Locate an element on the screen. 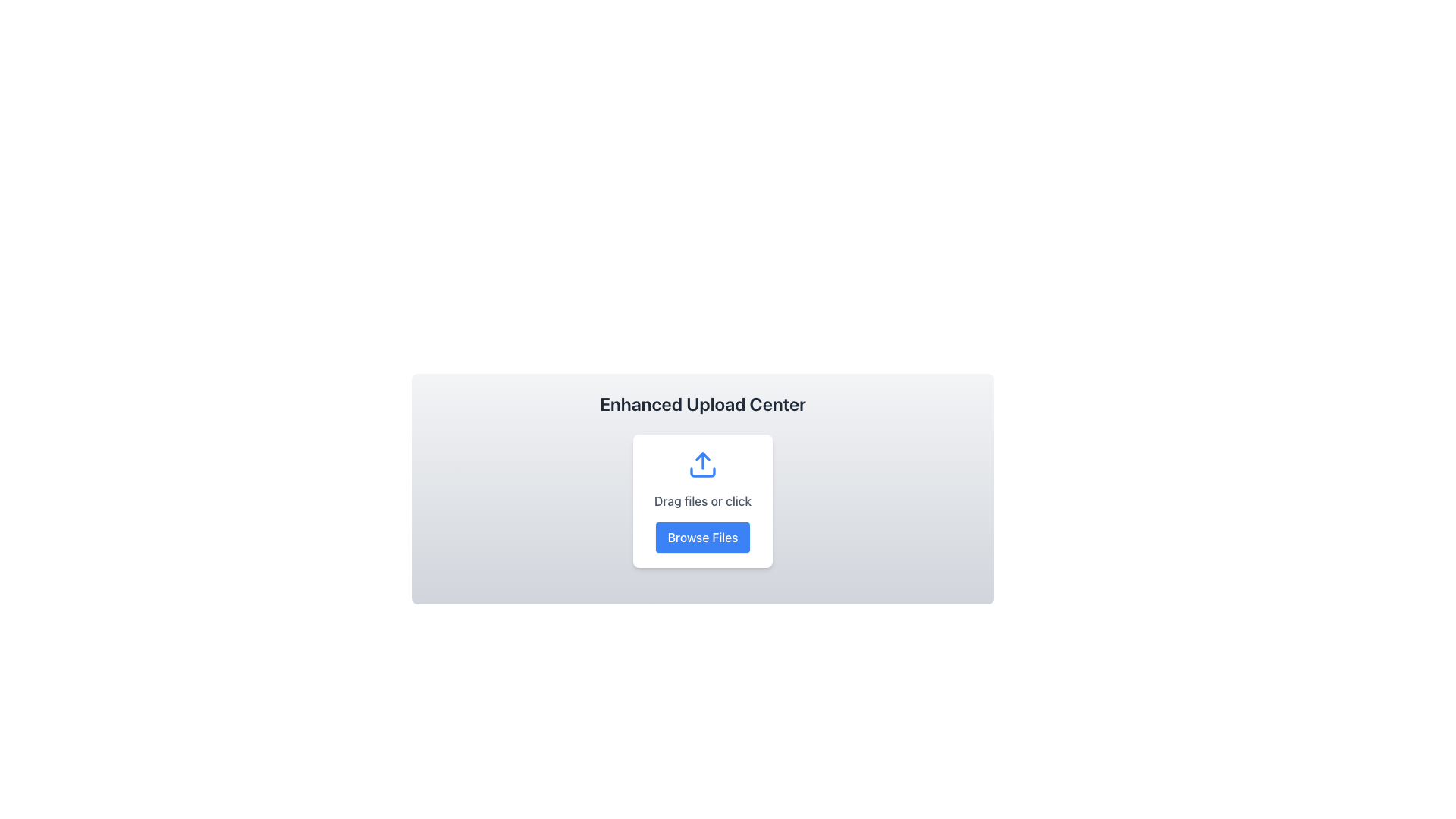  the text element that reads 'Enhanced Upload Center', which is styled with a large, bold gray font and centrally aligned on a light gray background is located at coordinates (701, 403).